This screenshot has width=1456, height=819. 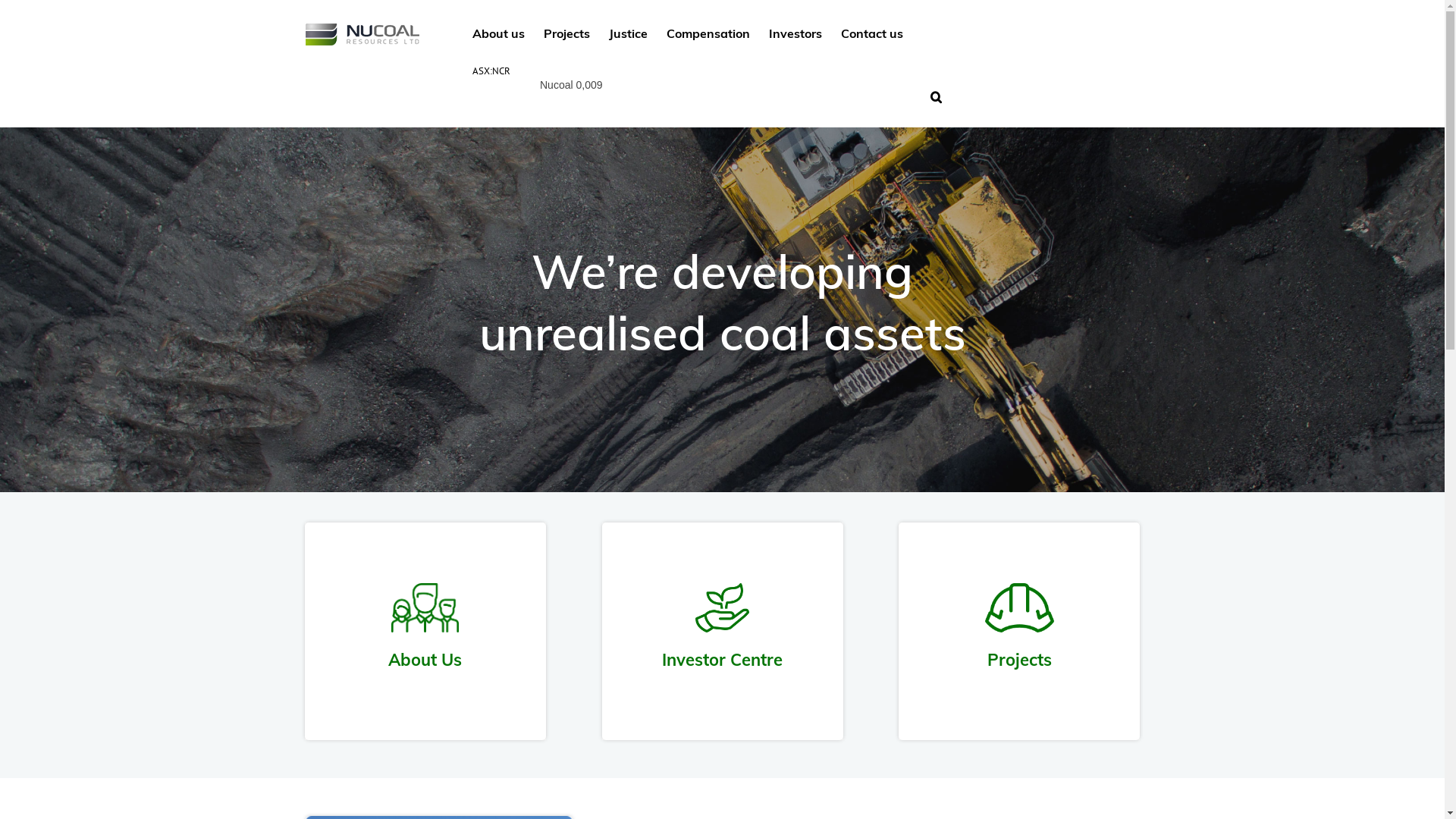 I want to click on 'About us', so click(x=497, y=32).